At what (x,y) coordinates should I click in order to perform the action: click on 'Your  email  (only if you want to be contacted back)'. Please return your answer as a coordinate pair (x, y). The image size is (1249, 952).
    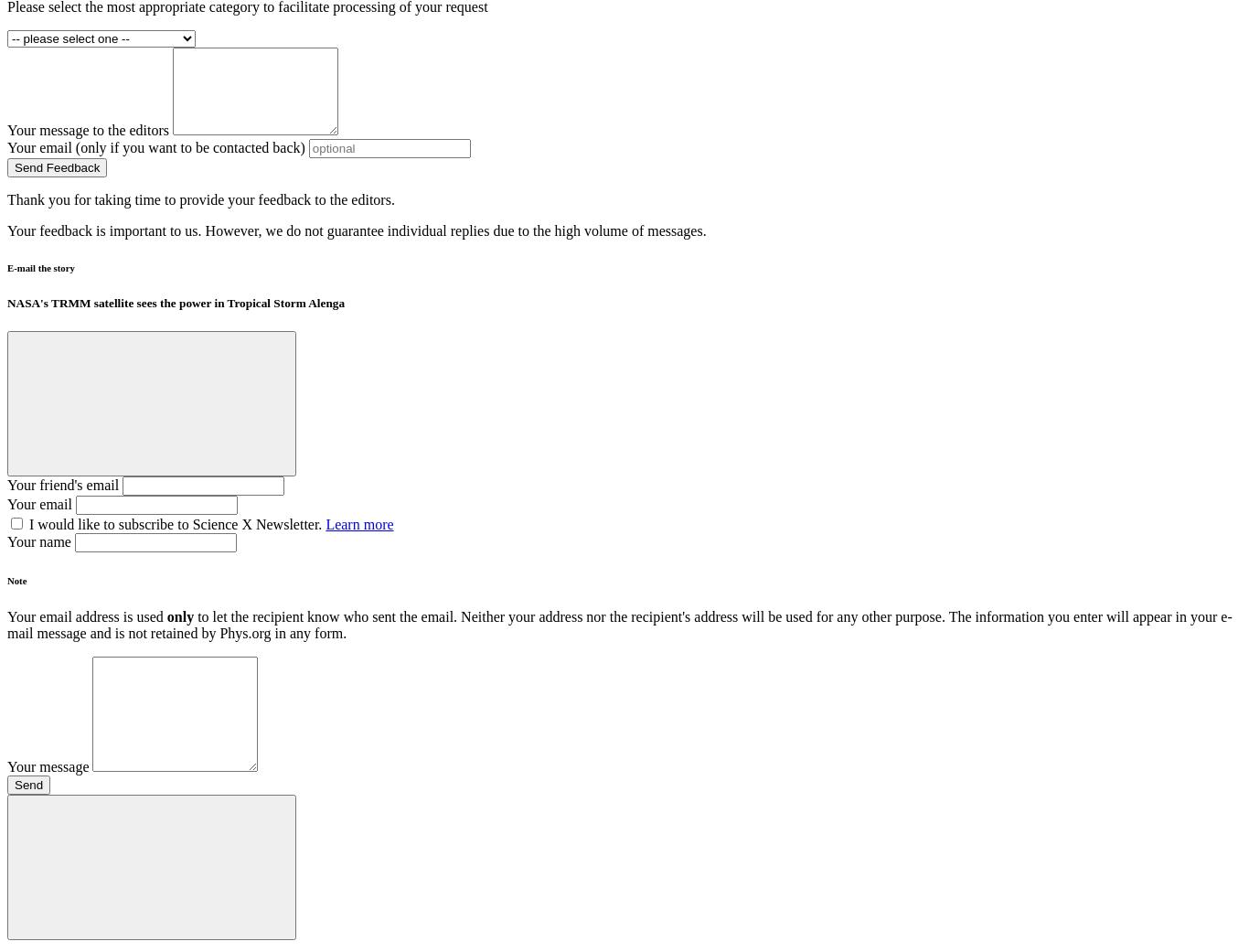
    Looking at the image, I should click on (7, 146).